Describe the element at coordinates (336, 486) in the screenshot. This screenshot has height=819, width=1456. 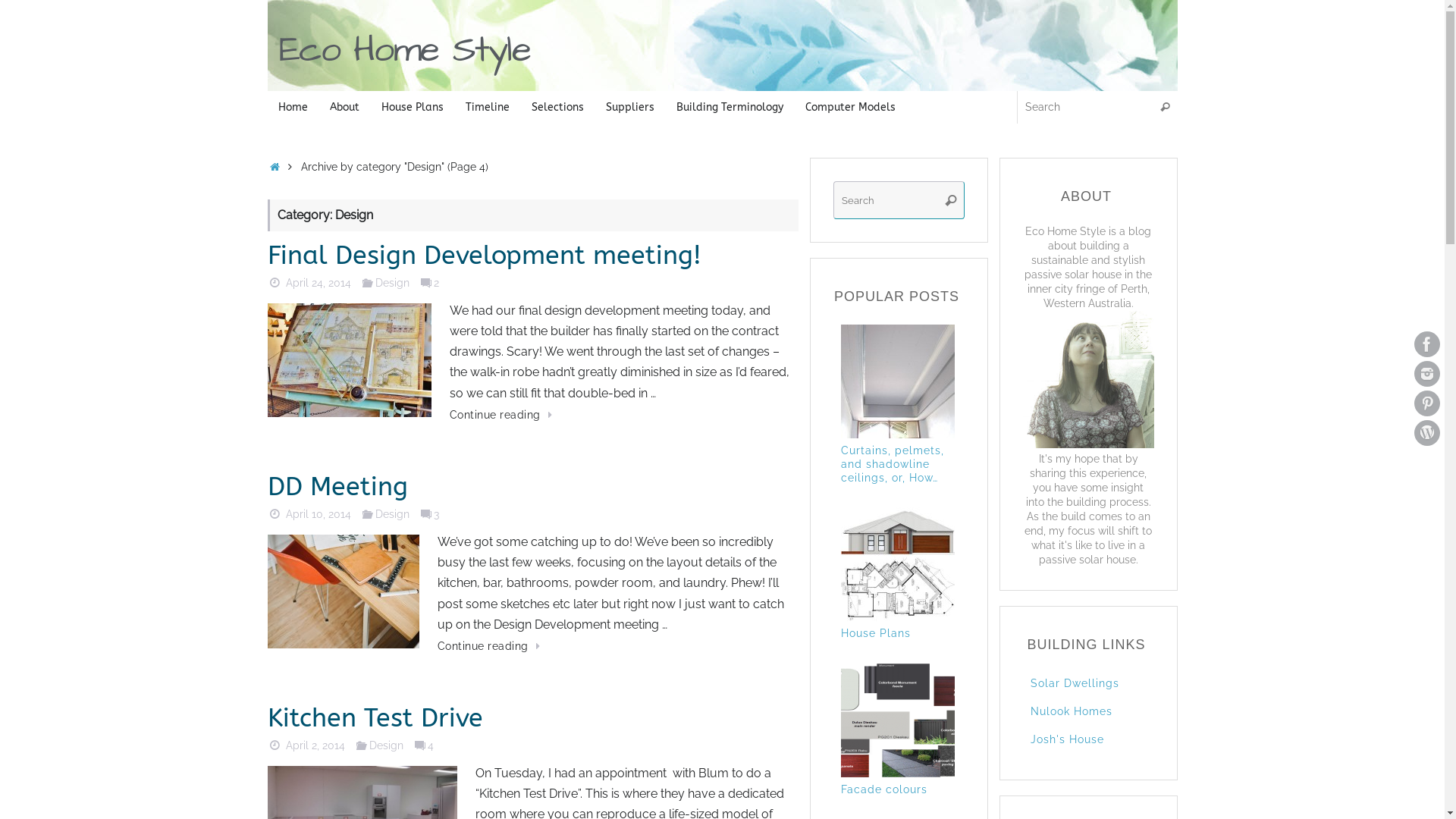
I see `'DD Meeting'` at that location.